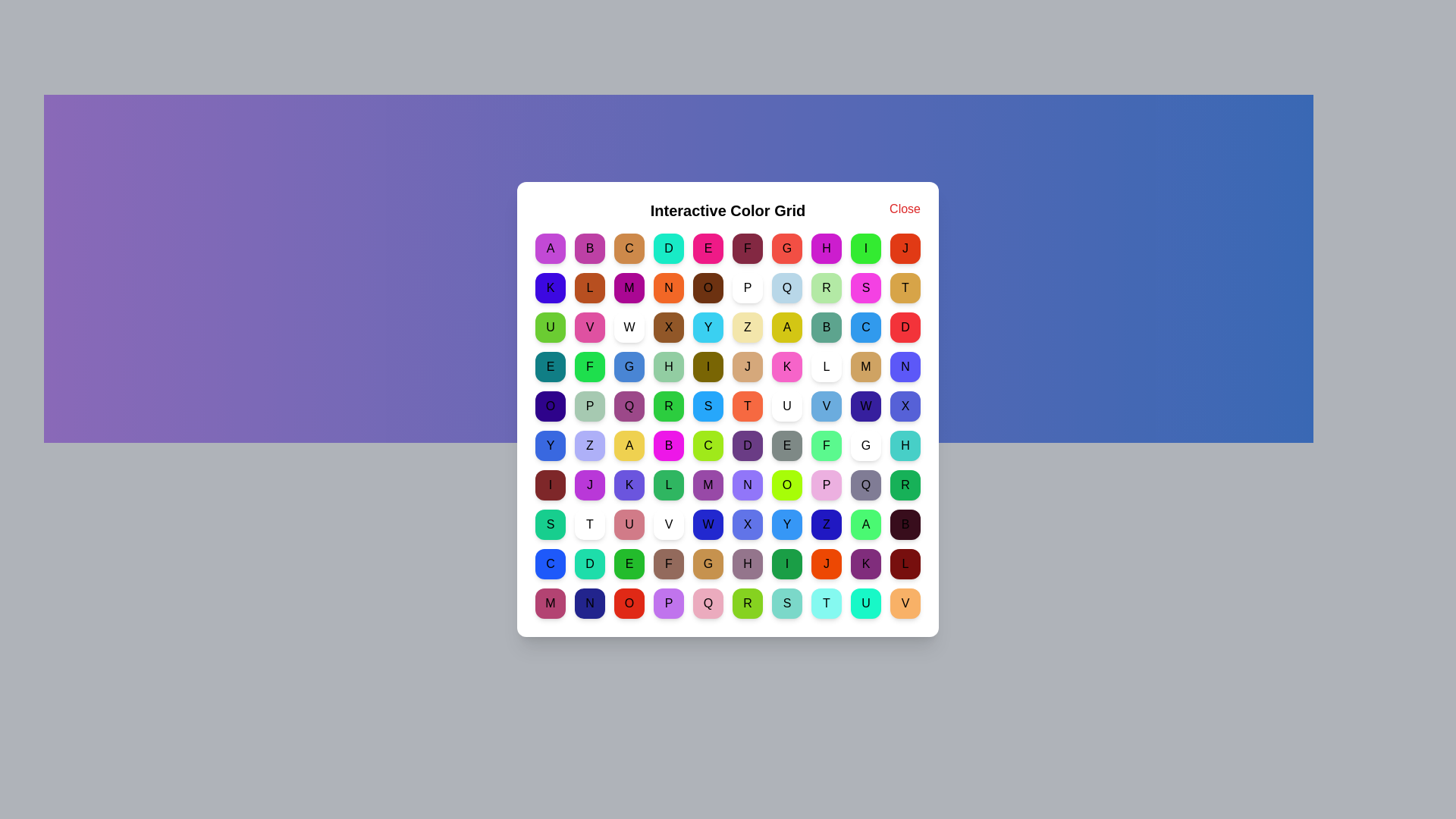  I want to click on the grid cell labeled M to view its color message, so click(629, 288).